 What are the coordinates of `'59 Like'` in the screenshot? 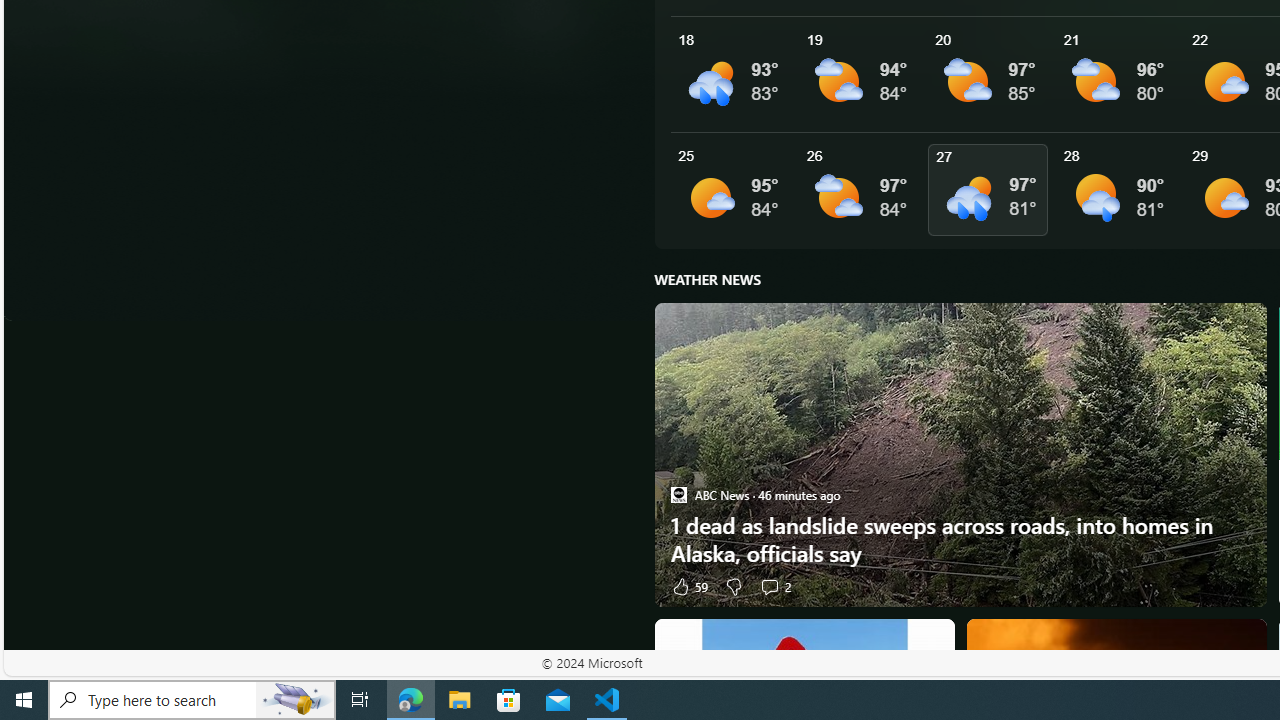 It's located at (688, 585).